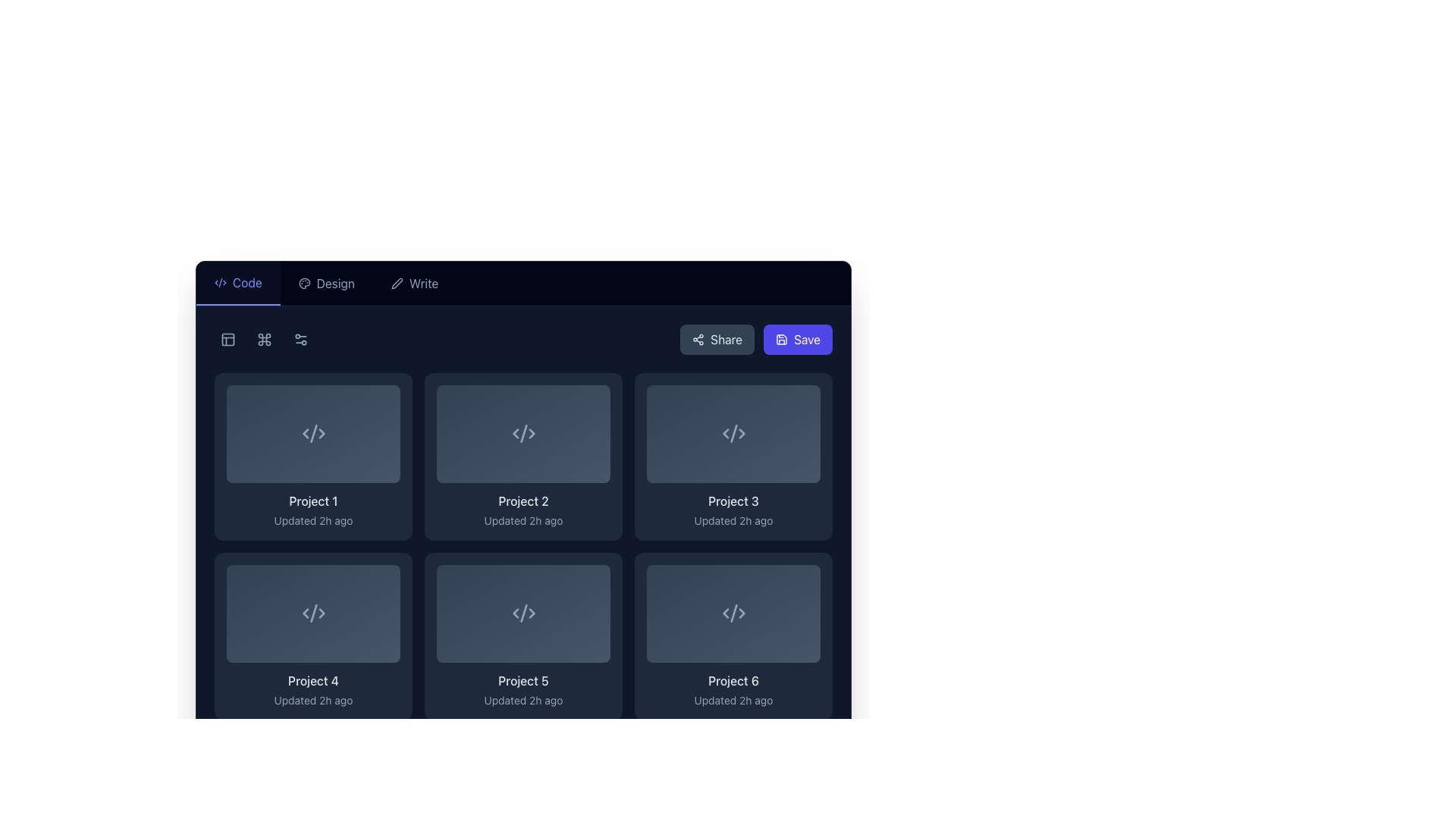 Image resolution: width=1456 pixels, height=819 pixels. I want to click on the 'Save' button with a blue background and white text, so click(797, 338).